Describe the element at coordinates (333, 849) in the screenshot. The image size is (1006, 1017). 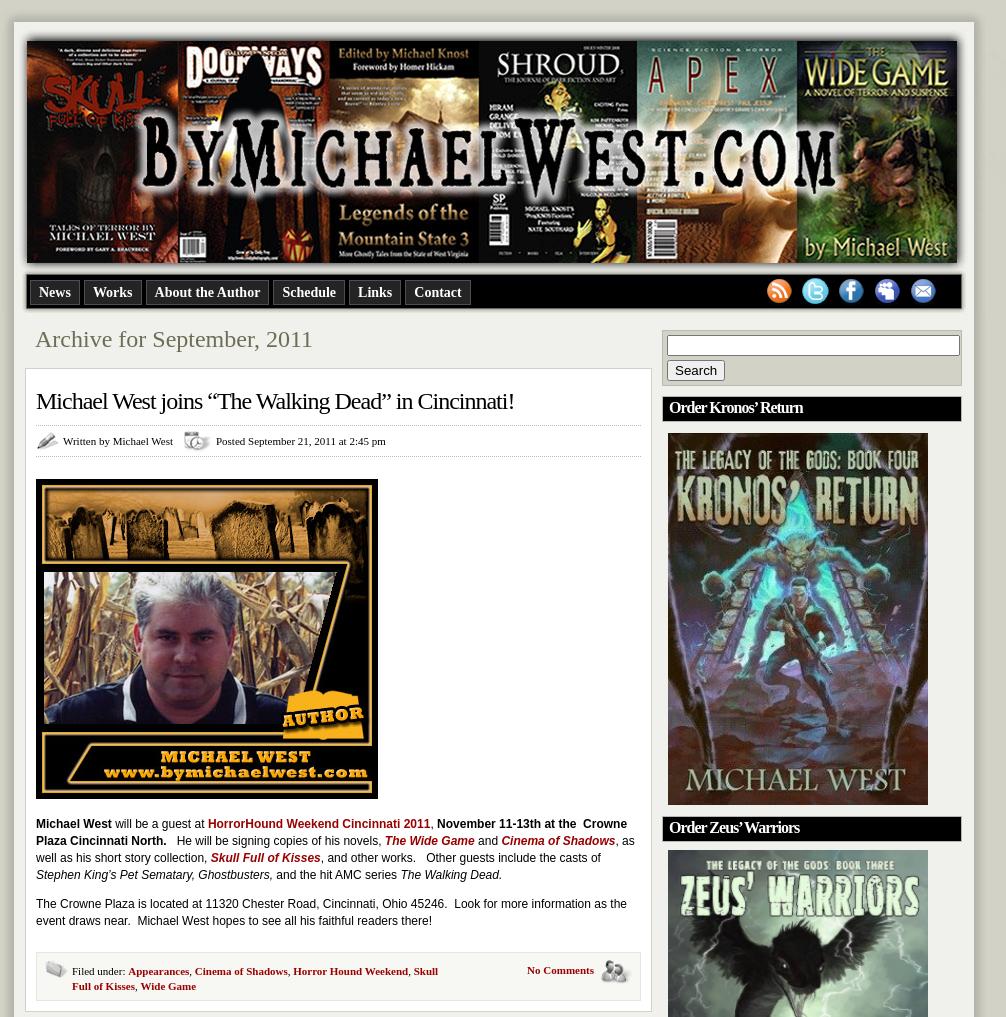
I see `', as well as his short story collection,'` at that location.